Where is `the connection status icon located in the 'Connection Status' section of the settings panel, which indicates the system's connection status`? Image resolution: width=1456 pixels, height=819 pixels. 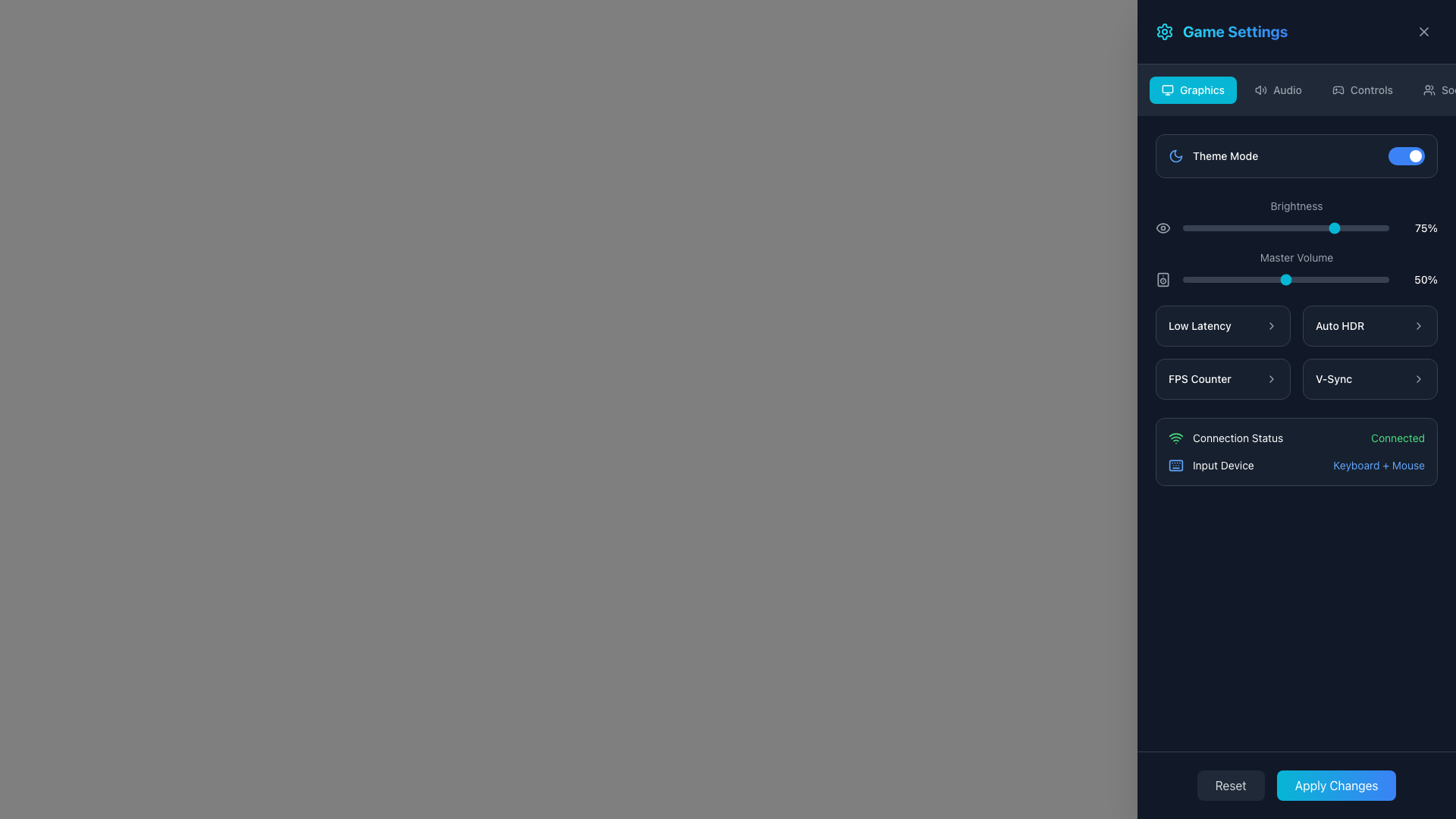 the connection status icon located in the 'Connection Status' section of the settings panel, which indicates the system's connection status is located at coordinates (1175, 438).